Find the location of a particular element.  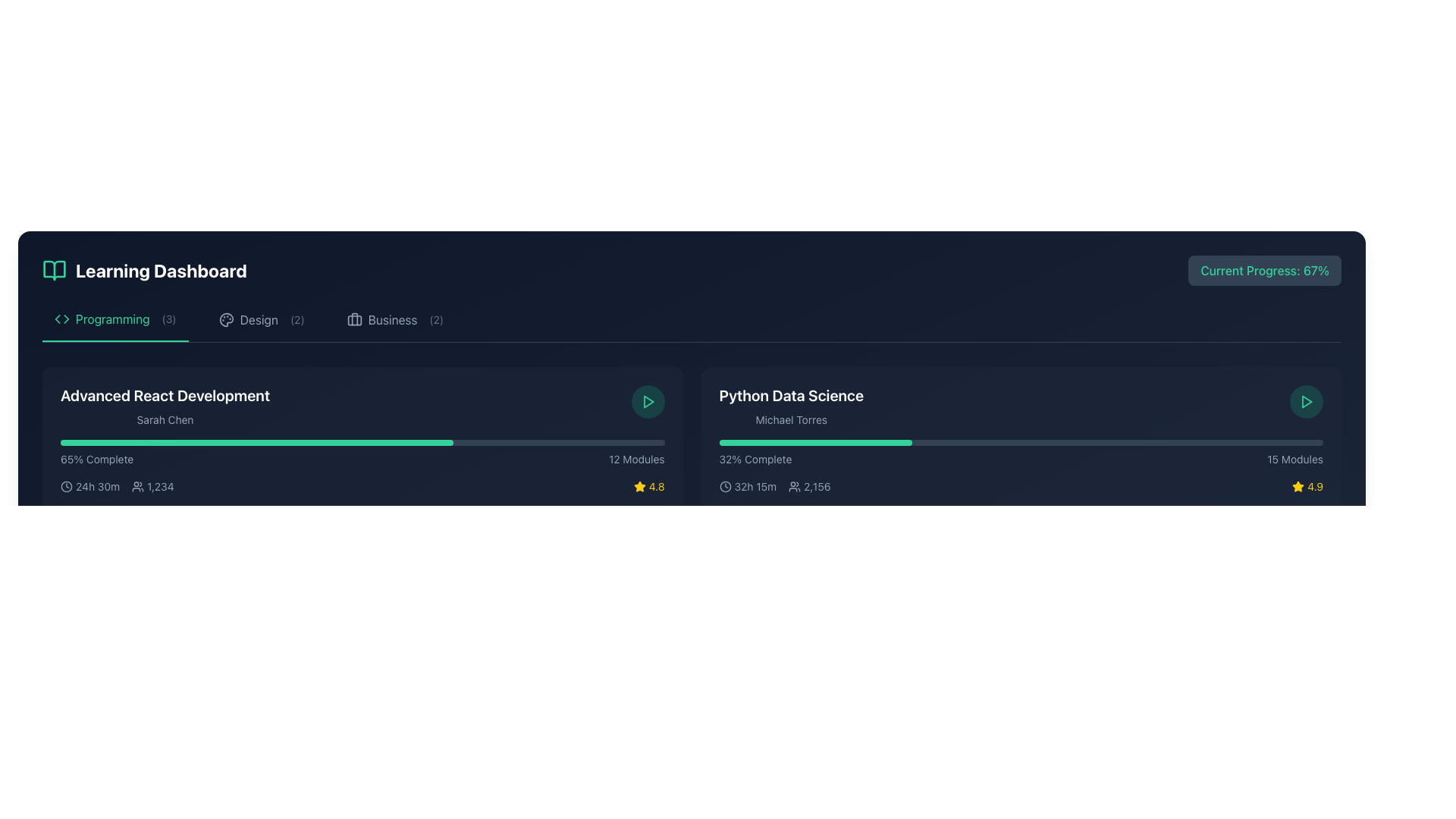

the progress bar located centrally in the card labeled 'Advanced React Development', which visually represents the progress within the course is located at coordinates (362, 452).